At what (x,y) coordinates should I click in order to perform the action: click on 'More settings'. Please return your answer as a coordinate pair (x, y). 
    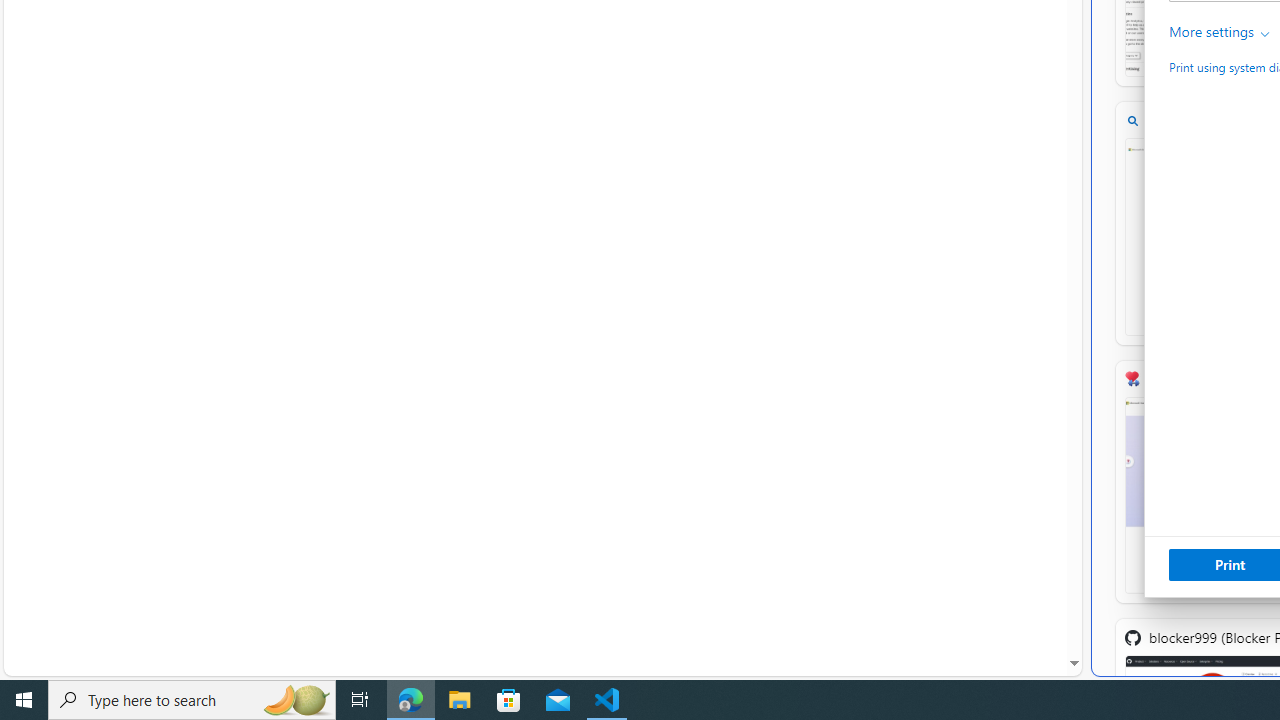
    Looking at the image, I should click on (1220, 32).